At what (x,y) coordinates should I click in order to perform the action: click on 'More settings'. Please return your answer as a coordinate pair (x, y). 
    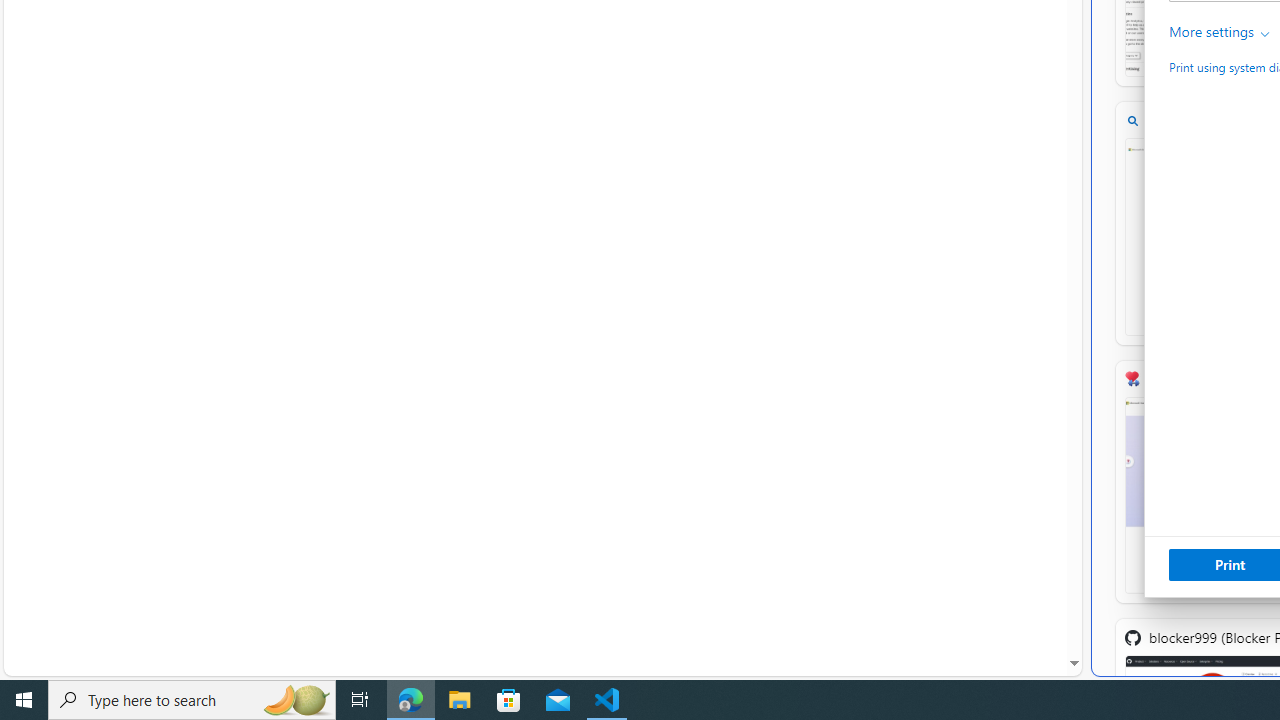
    Looking at the image, I should click on (1220, 32).